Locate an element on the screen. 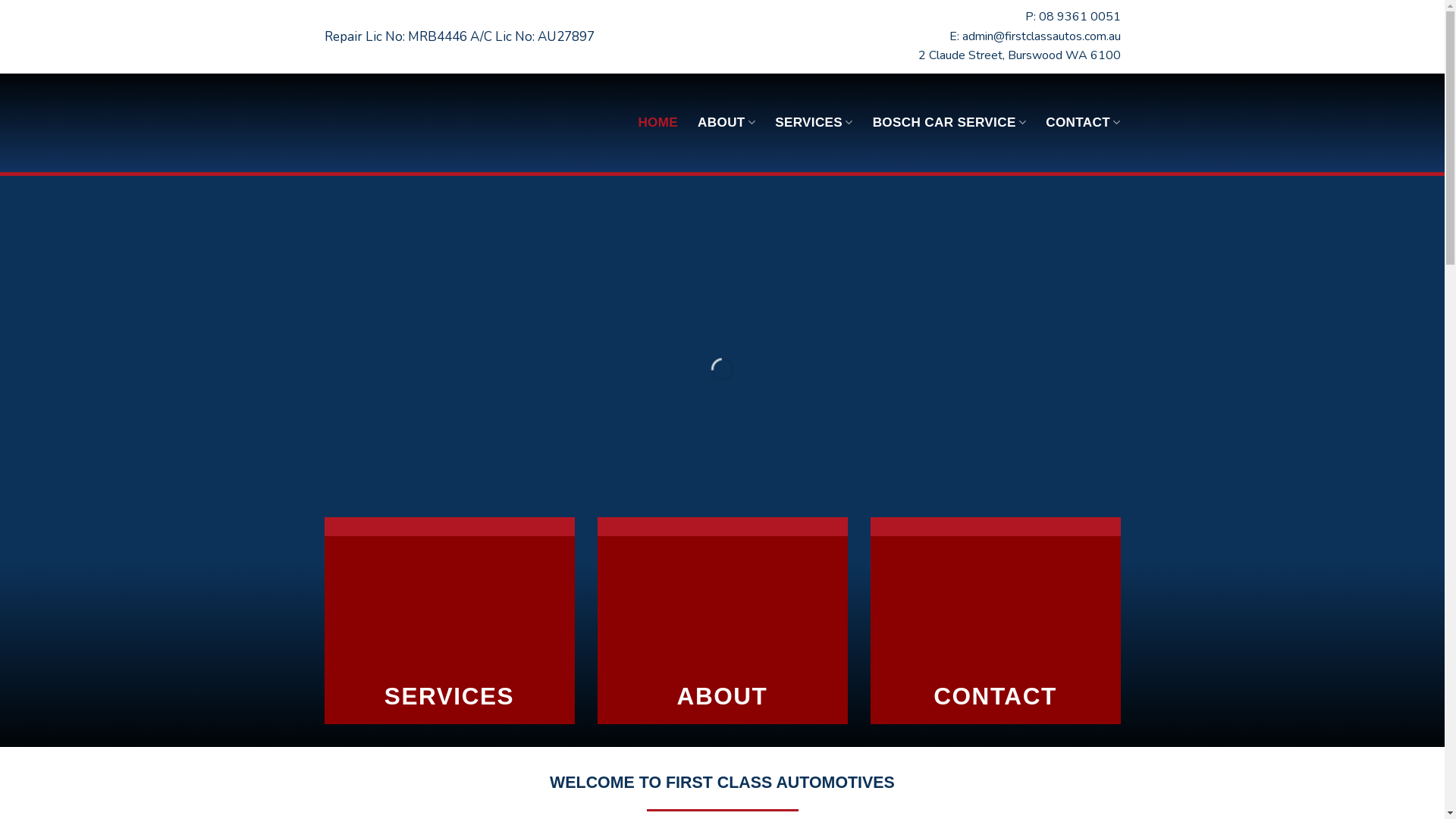 The height and width of the screenshot is (819, 1456). 'SERVICES' is located at coordinates (813, 121).